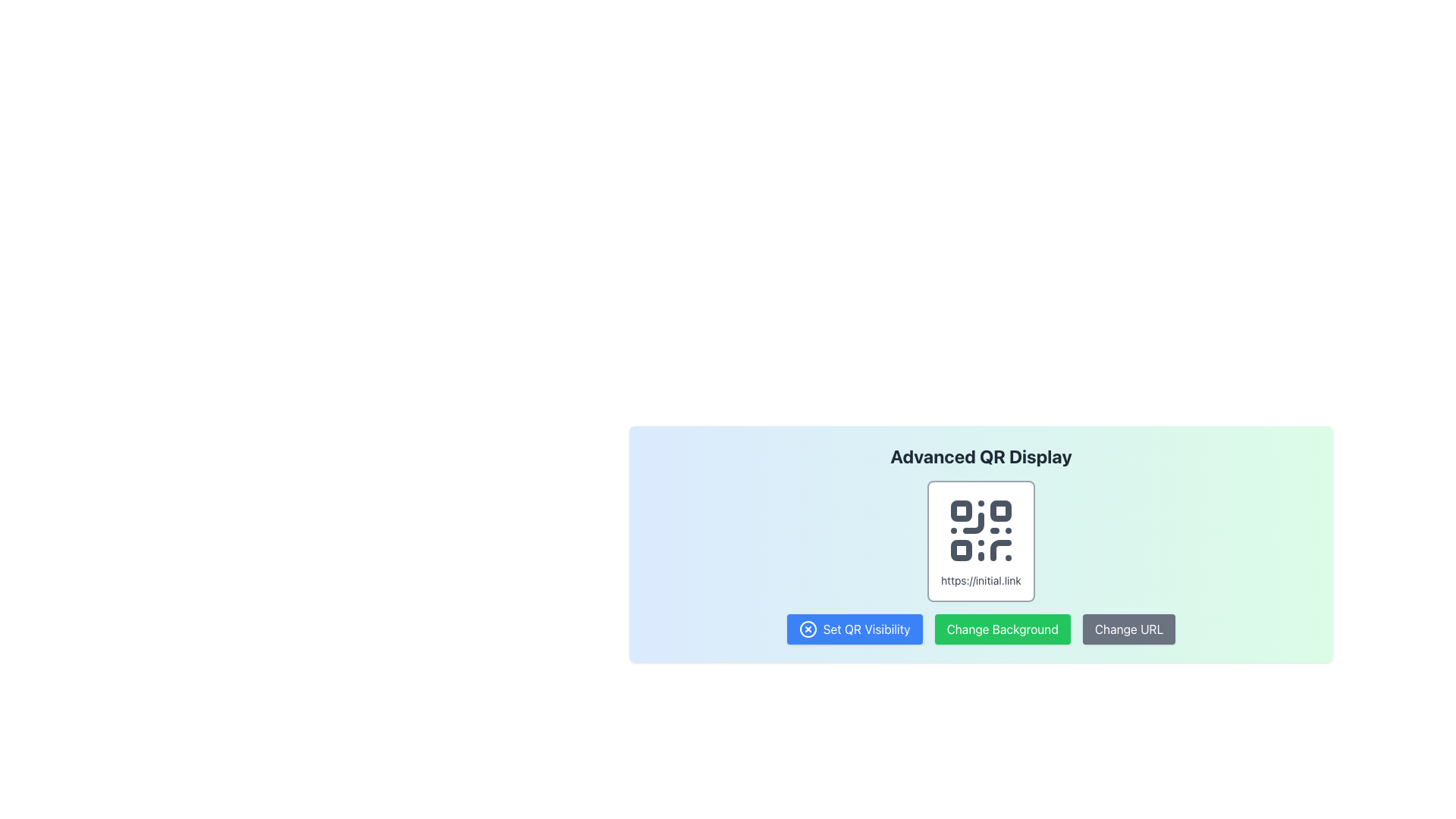 The width and height of the screenshot is (1456, 819). What do you see at coordinates (855, 629) in the screenshot?
I see `the button for toggling QR visibility, which is the first button in a horizontal layout group at the bottom part of the interface` at bounding box center [855, 629].